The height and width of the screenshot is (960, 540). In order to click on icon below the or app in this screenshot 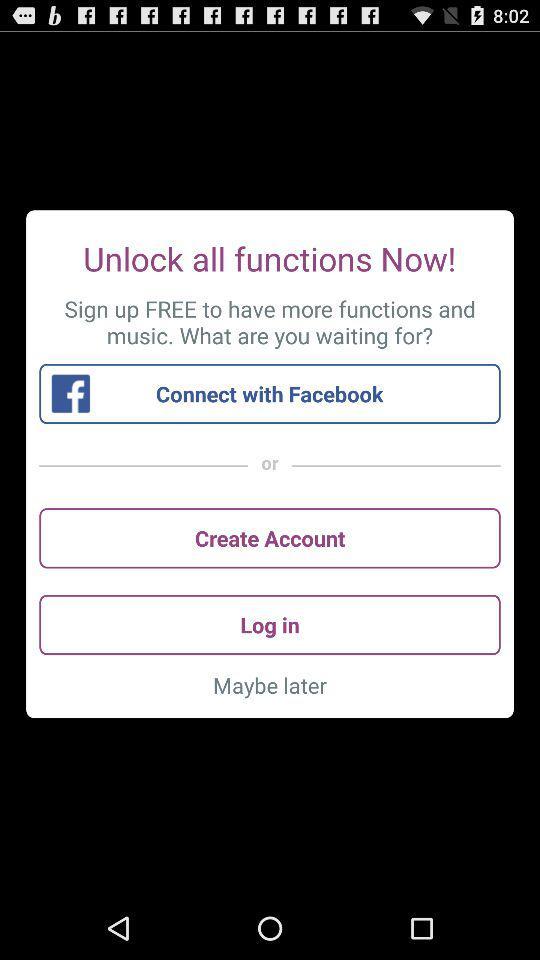, I will do `click(270, 537)`.